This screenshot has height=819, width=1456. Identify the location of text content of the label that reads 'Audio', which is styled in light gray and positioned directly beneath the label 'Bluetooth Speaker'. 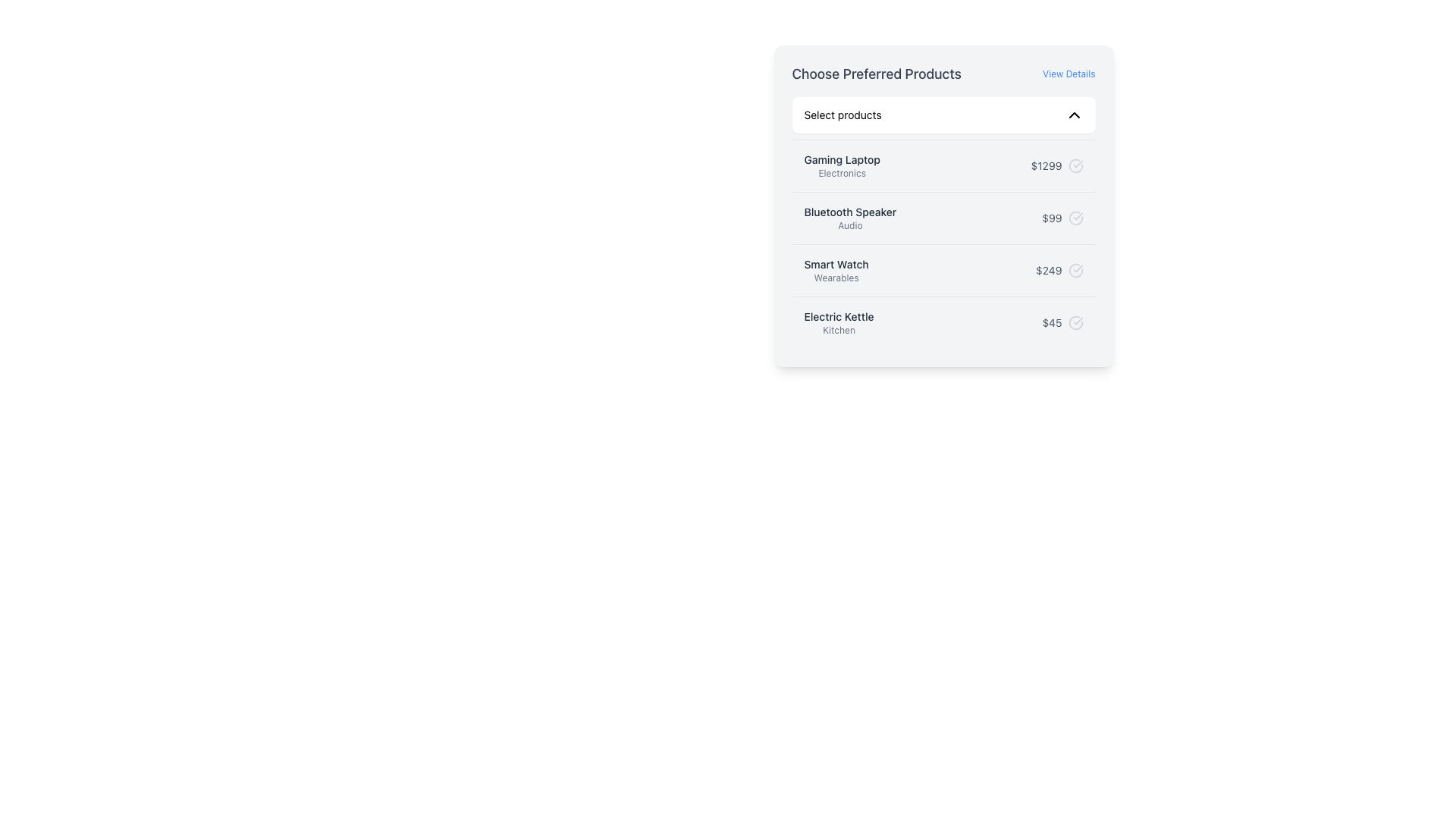
(850, 225).